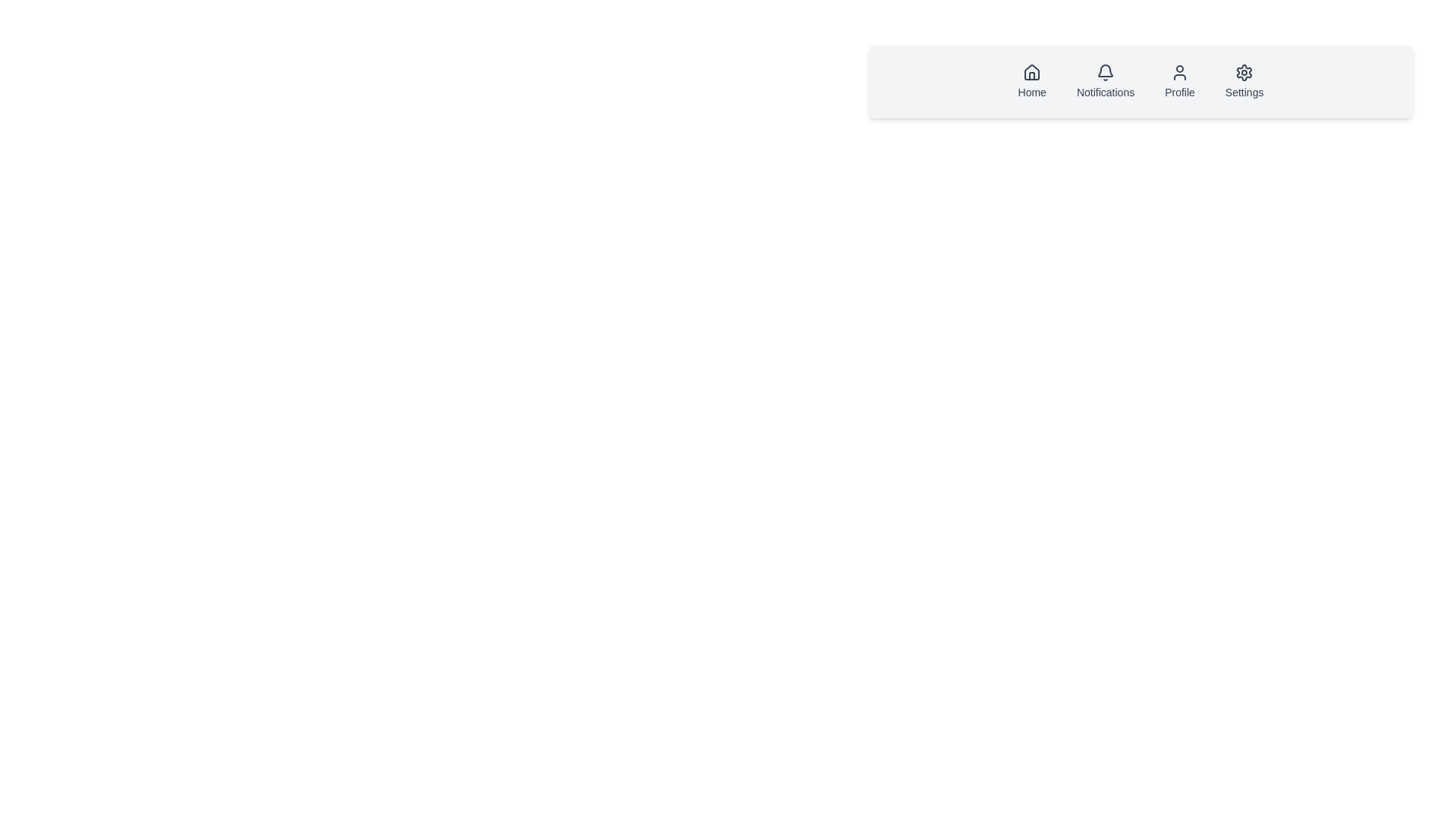 Image resolution: width=1456 pixels, height=819 pixels. I want to click on the Notifications button located in the navigation bar, positioned between the Home and Profile menu items, so click(1106, 82).